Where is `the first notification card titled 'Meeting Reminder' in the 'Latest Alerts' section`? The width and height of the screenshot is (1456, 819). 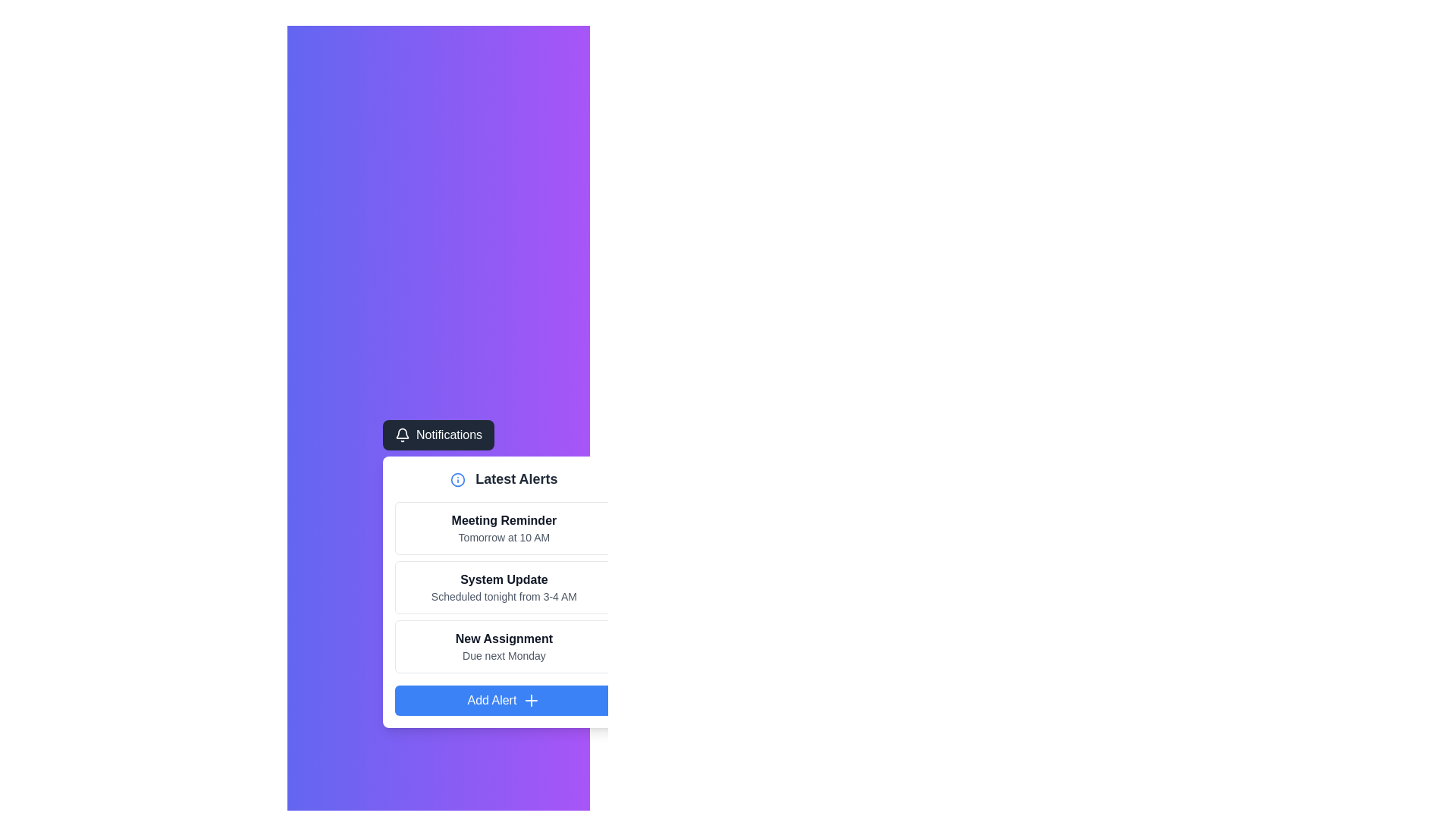 the first notification card titled 'Meeting Reminder' in the 'Latest Alerts' section is located at coordinates (504, 528).